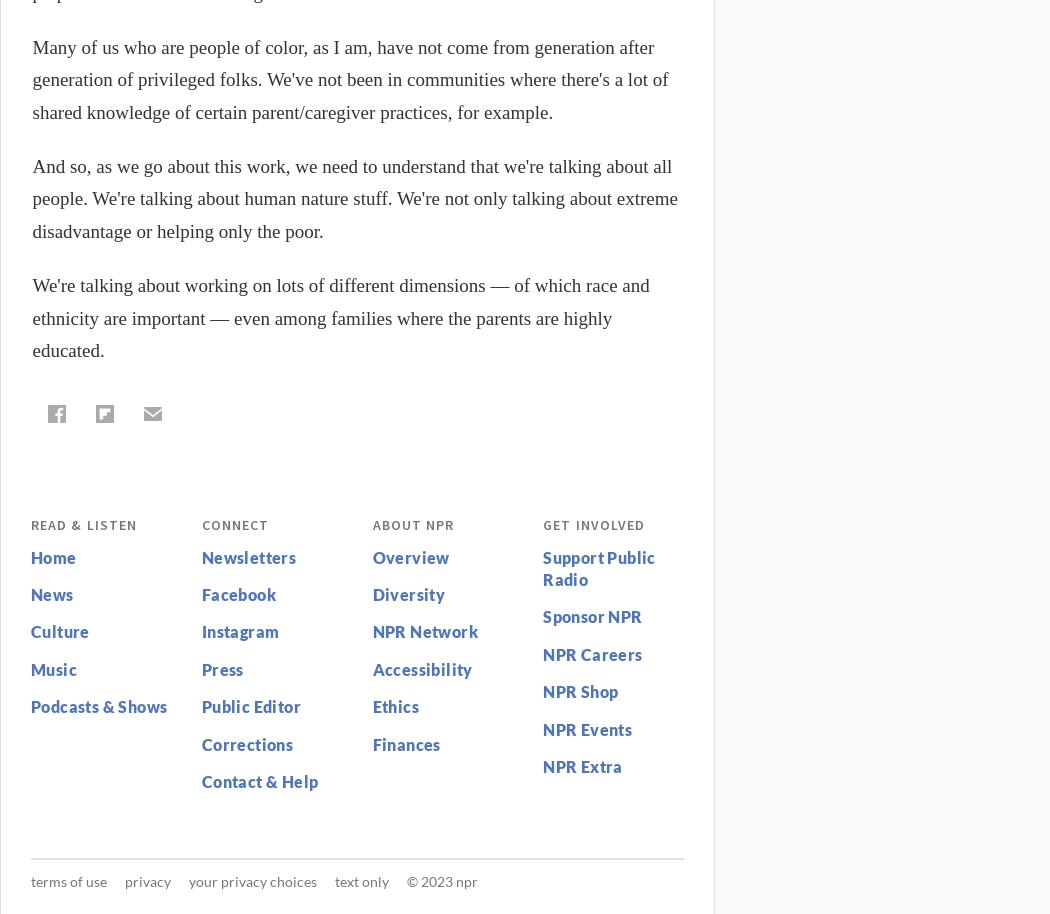  I want to click on 'Instagram', so click(199, 630).